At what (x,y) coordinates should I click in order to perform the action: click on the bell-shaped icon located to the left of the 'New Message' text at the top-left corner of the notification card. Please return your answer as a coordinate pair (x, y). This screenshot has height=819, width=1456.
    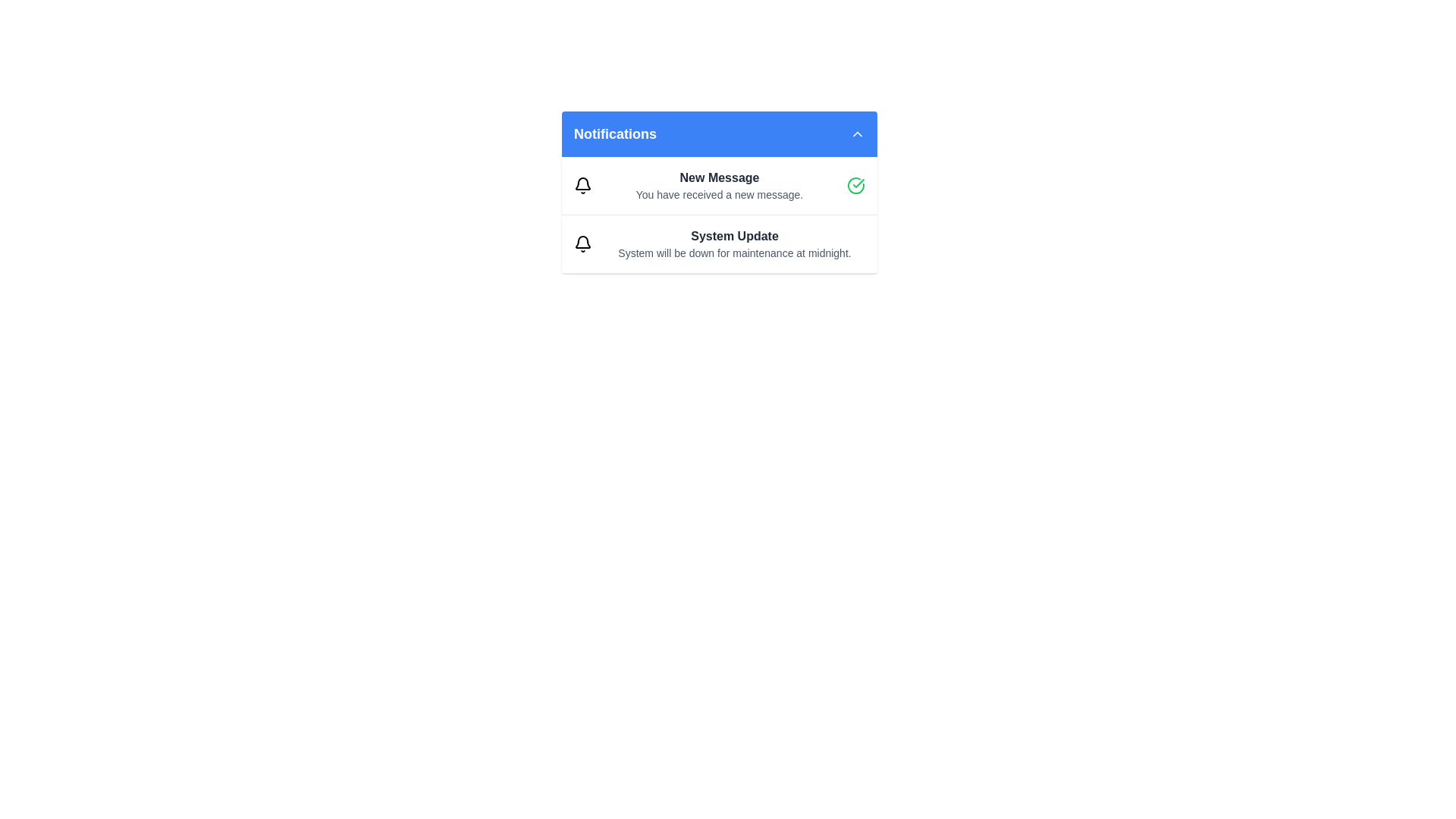
    Looking at the image, I should click on (582, 185).